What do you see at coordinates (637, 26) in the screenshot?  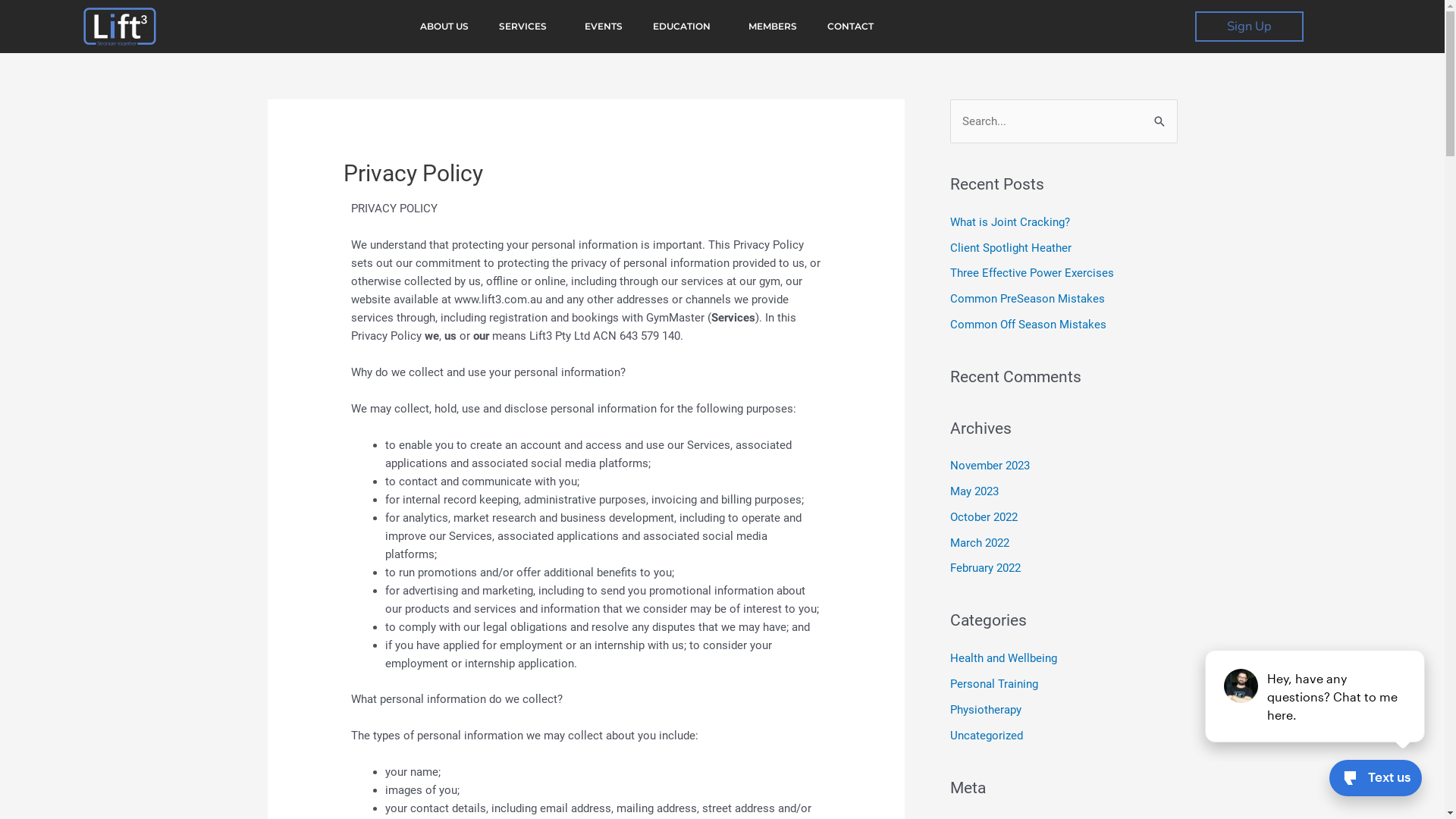 I see `'EDUCATION'` at bounding box center [637, 26].